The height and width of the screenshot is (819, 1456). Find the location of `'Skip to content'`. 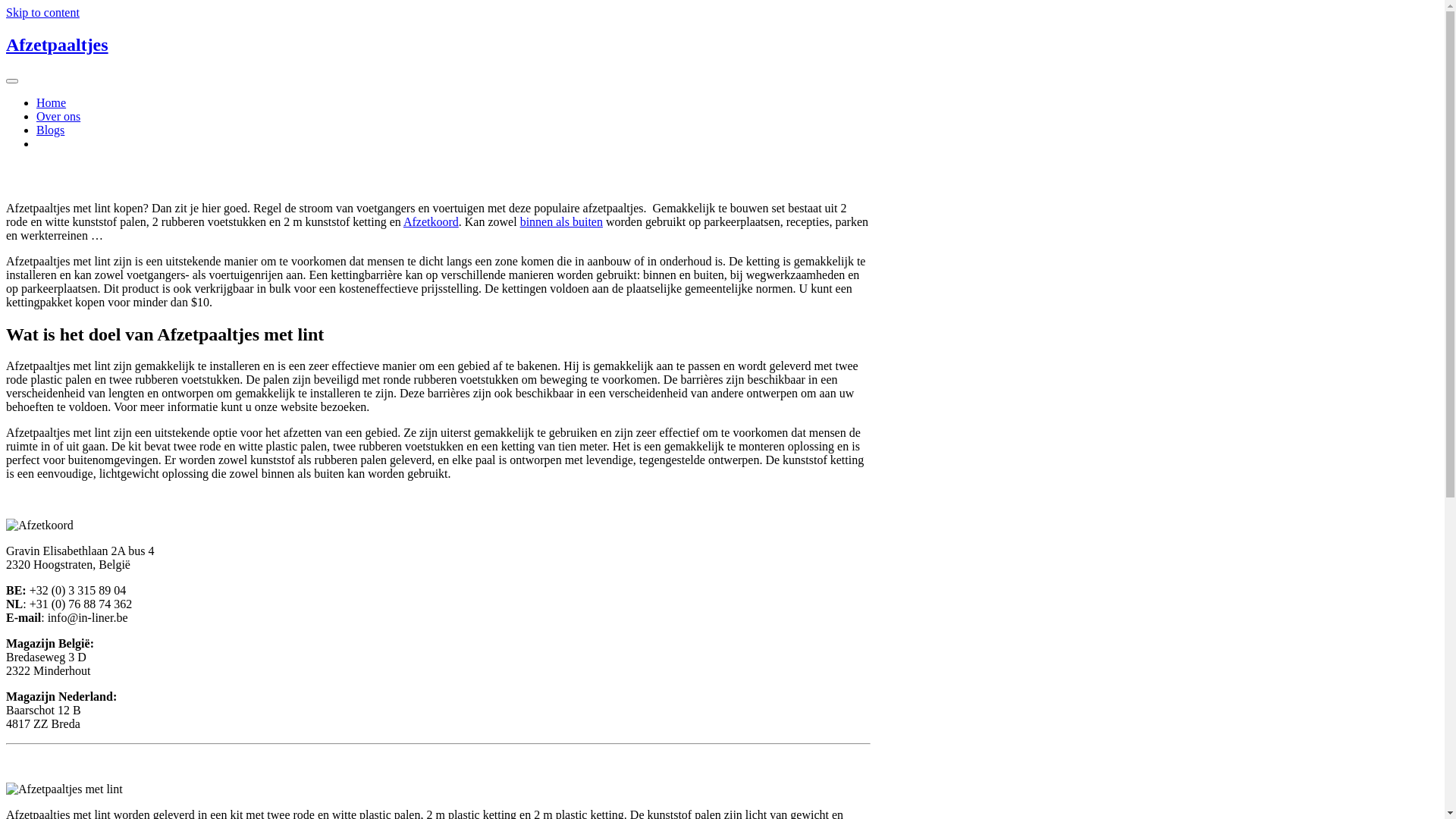

'Skip to content' is located at coordinates (42, 12).